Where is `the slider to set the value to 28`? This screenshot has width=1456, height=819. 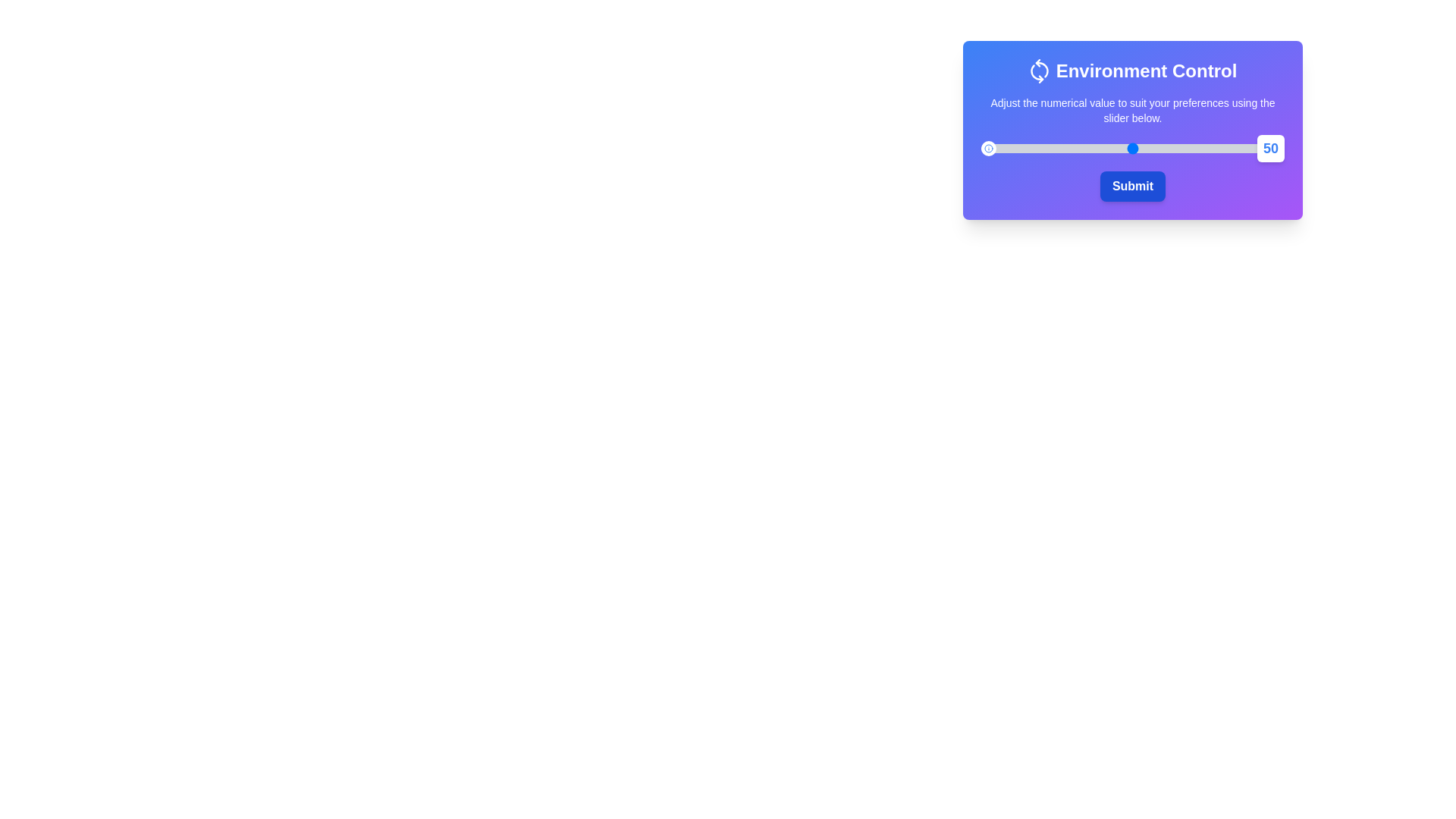
the slider to set the value to 28 is located at coordinates (1065, 149).